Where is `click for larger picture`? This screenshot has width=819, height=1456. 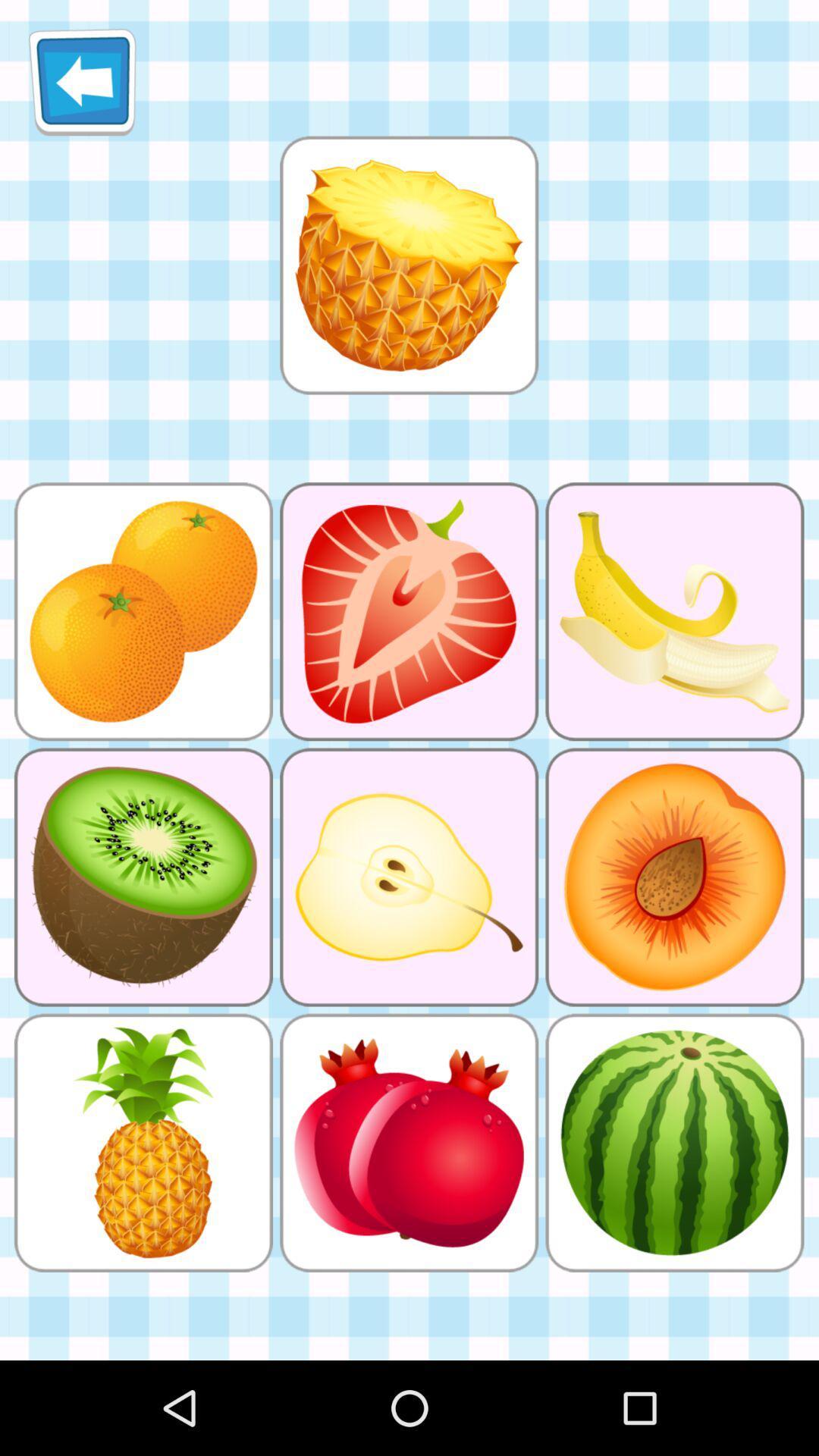 click for larger picture is located at coordinates (408, 265).